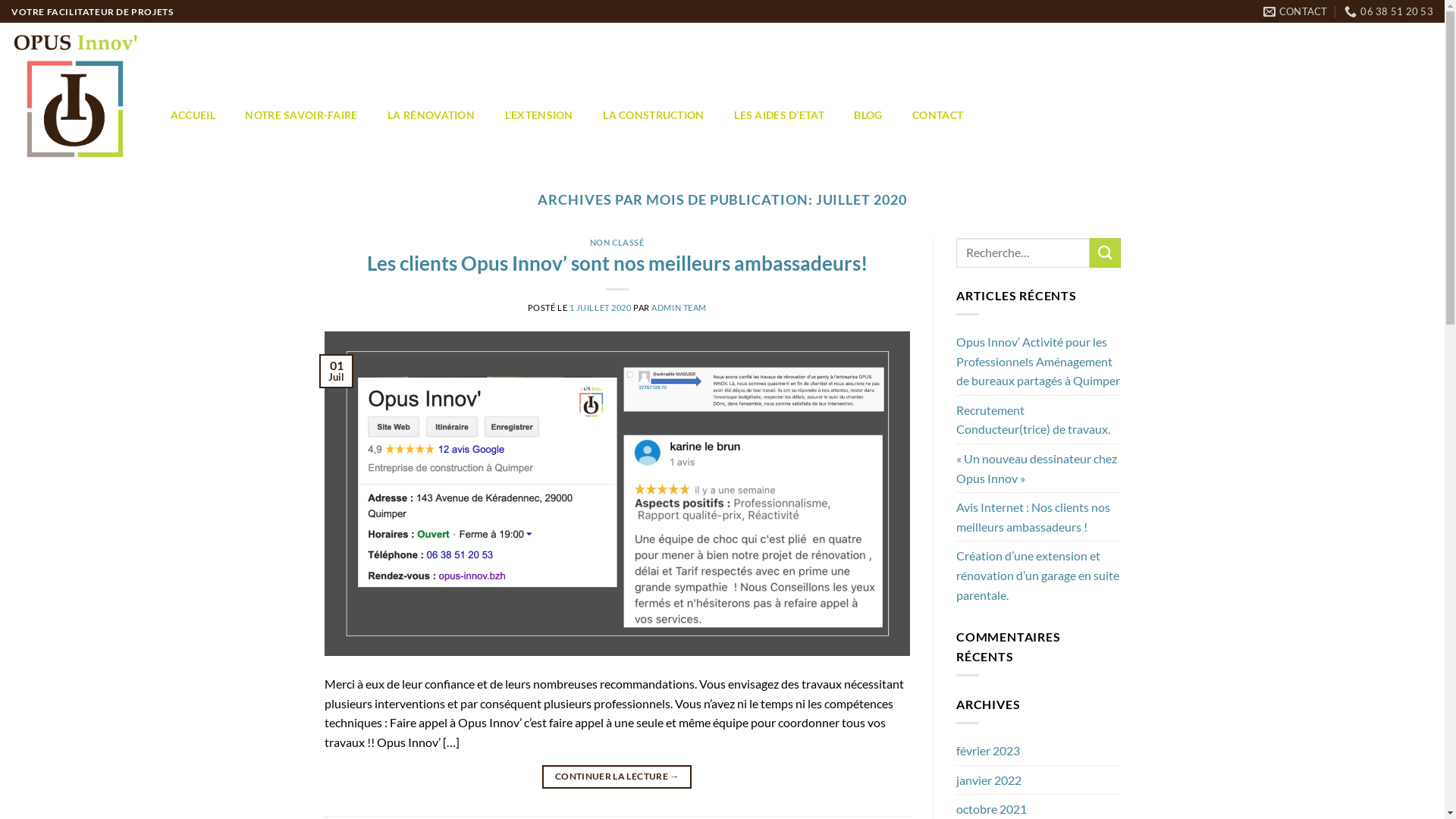  I want to click on 'CONTACT', so click(1294, 11).